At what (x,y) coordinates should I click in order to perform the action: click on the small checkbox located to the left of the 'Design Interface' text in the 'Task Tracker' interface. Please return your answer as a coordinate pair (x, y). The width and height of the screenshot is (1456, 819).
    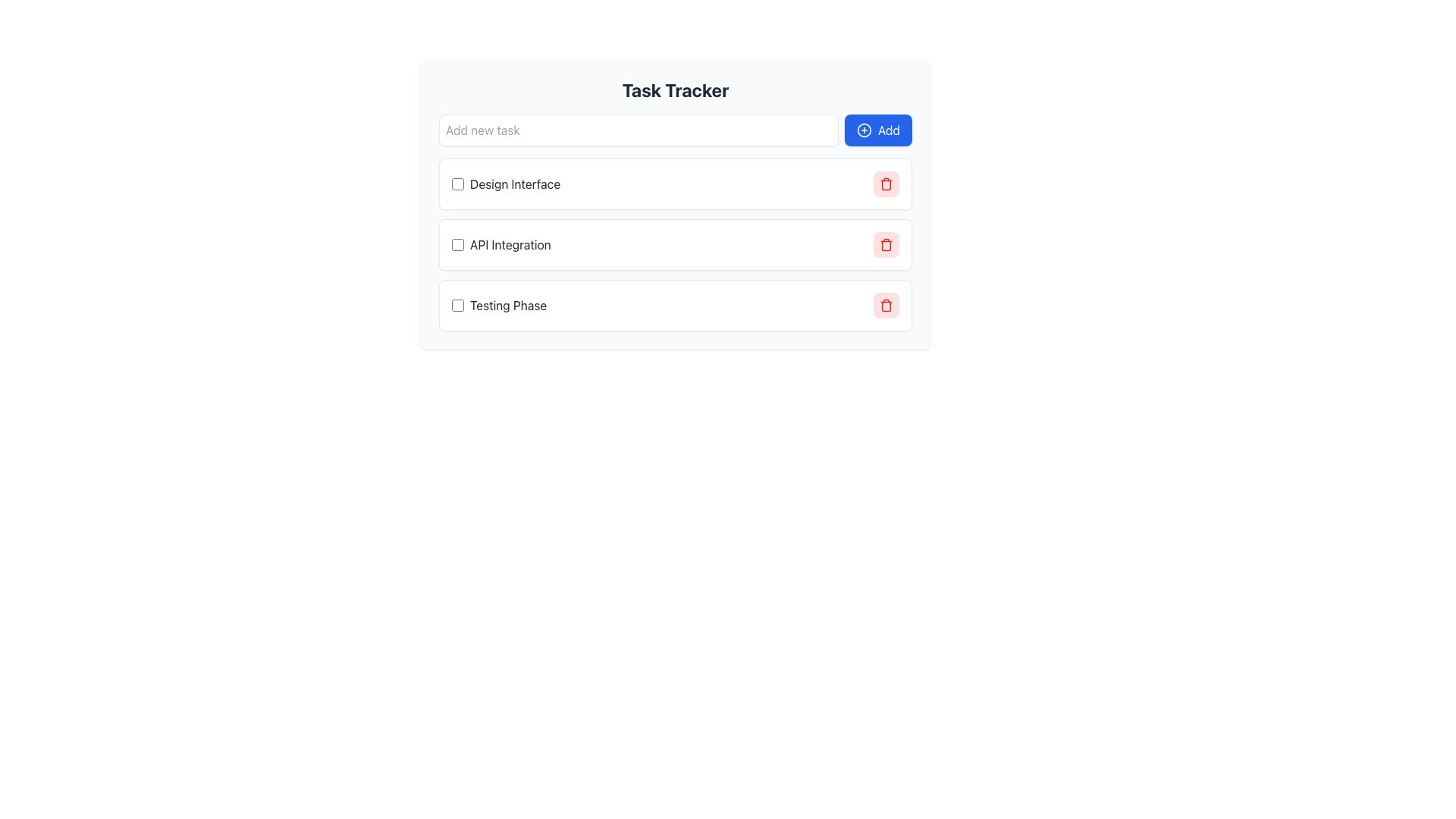
    Looking at the image, I should click on (457, 184).